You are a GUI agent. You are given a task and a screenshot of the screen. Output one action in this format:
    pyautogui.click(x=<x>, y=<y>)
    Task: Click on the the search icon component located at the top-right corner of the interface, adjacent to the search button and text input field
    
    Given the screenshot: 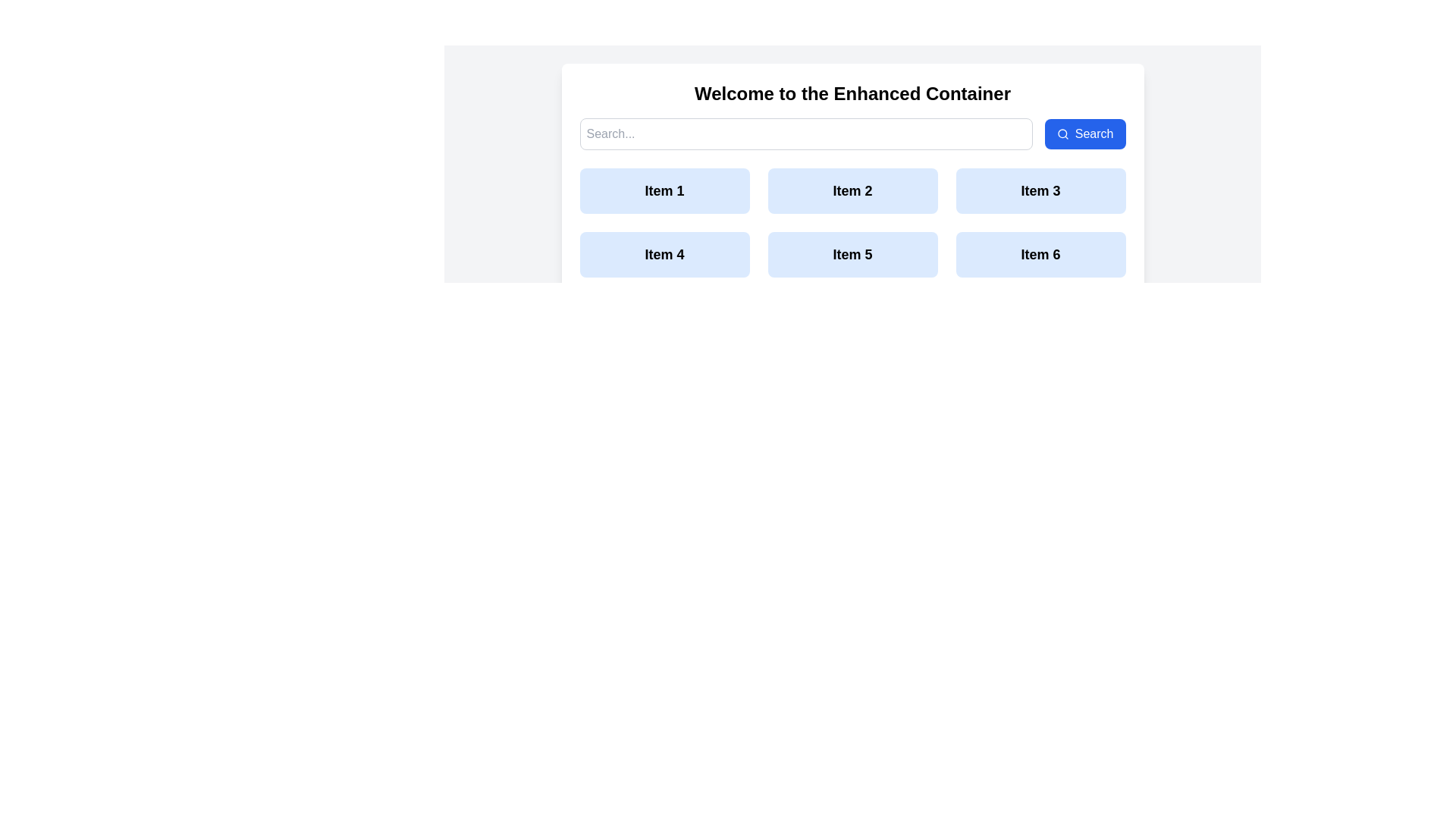 What is the action you would take?
    pyautogui.click(x=1062, y=133)
    